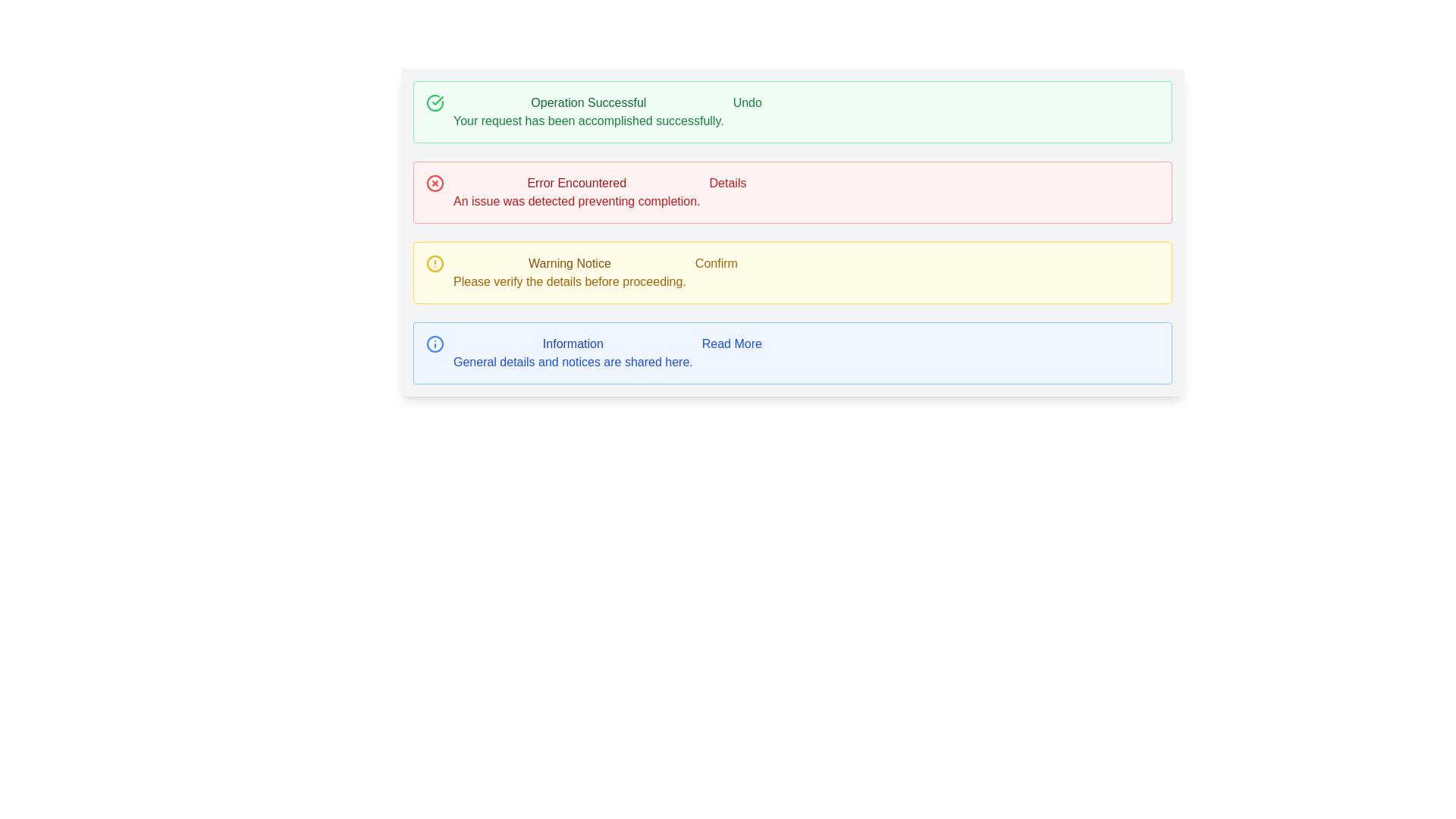 Image resolution: width=1456 pixels, height=819 pixels. What do you see at coordinates (588, 111) in the screenshot?
I see `the static notification message displaying 'Operation Successful' in a green-themed rectangular box located between a check icon and an 'Undo' button` at bounding box center [588, 111].